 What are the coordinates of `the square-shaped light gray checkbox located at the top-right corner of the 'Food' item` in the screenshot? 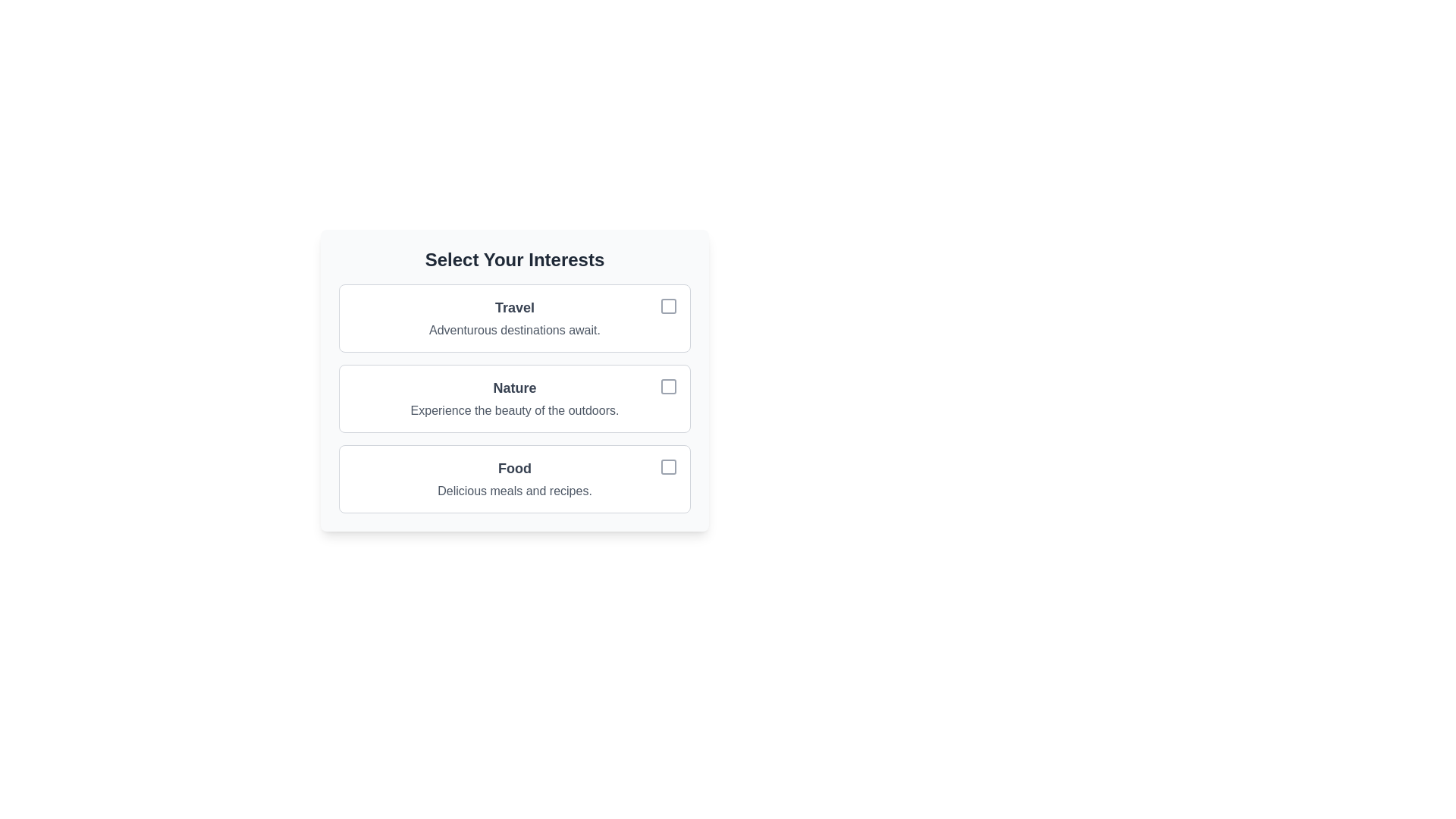 It's located at (668, 466).